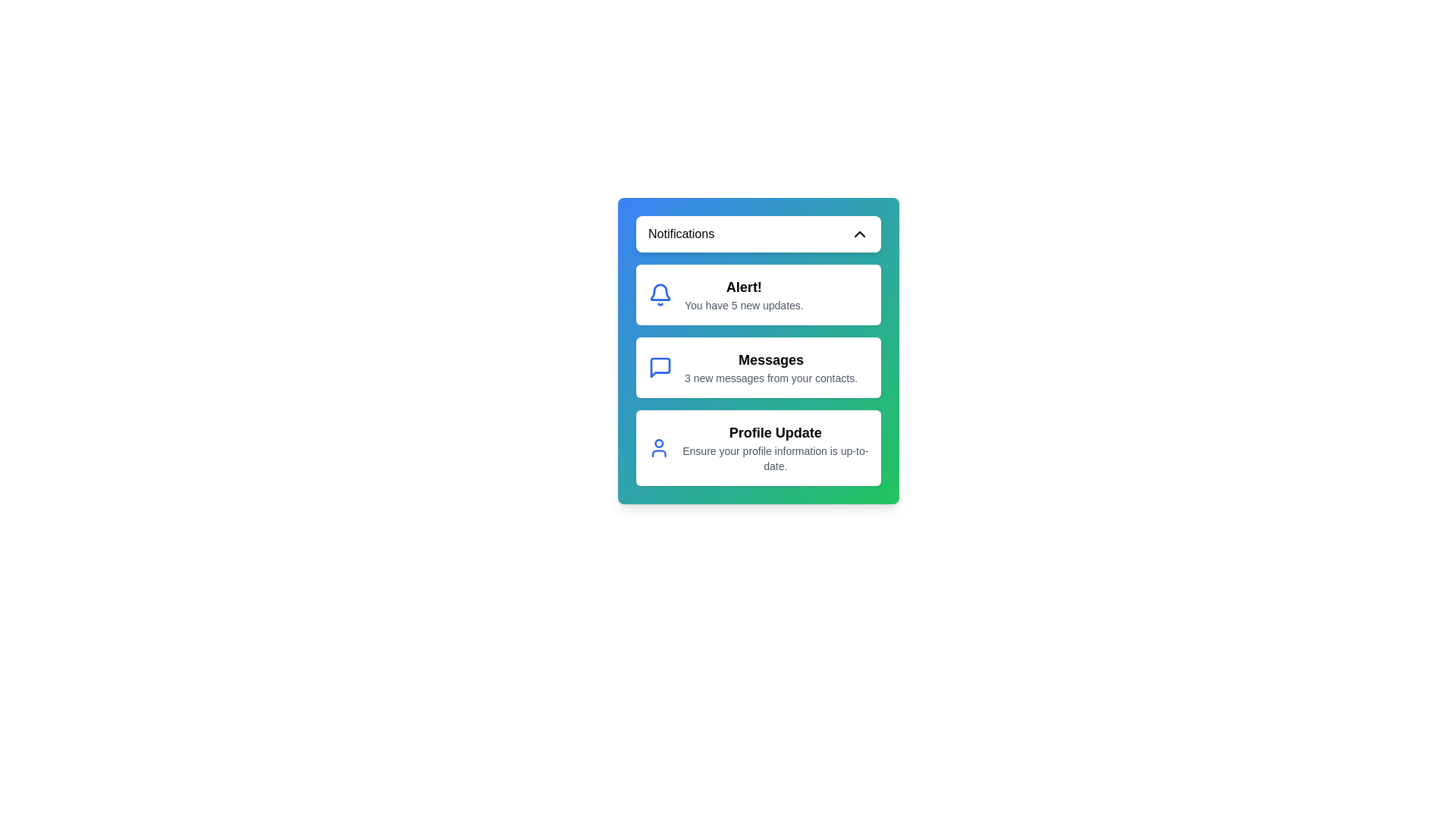  I want to click on the notification titled 'Messages' to select it, so click(758, 368).